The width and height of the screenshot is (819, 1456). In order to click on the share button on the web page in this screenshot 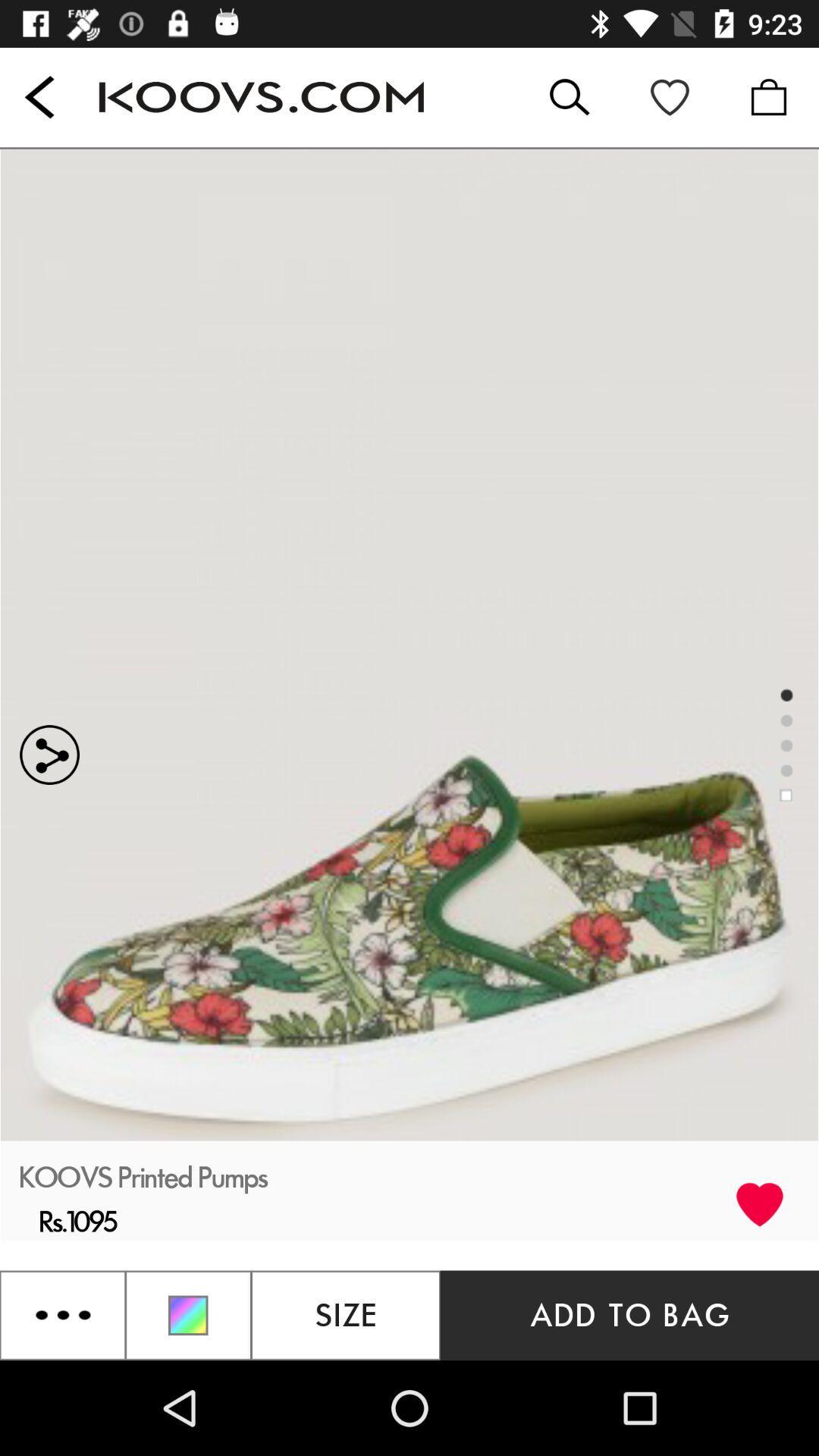, I will do `click(205, 643)`.